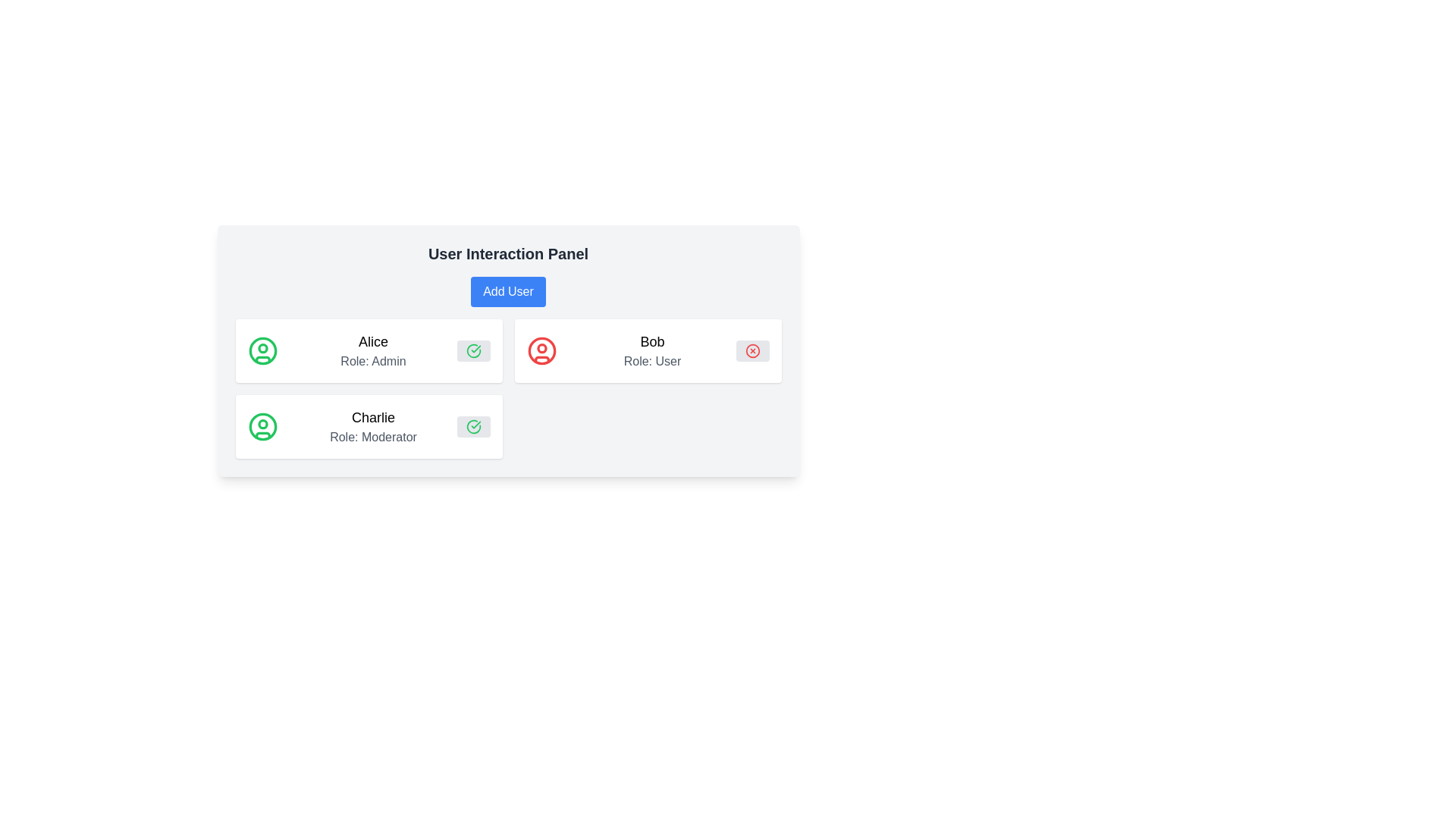  I want to click on the text-based user information display that showcases the username and role of an individual, located in the second card of a vertical list of user cards, so click(652, 350).